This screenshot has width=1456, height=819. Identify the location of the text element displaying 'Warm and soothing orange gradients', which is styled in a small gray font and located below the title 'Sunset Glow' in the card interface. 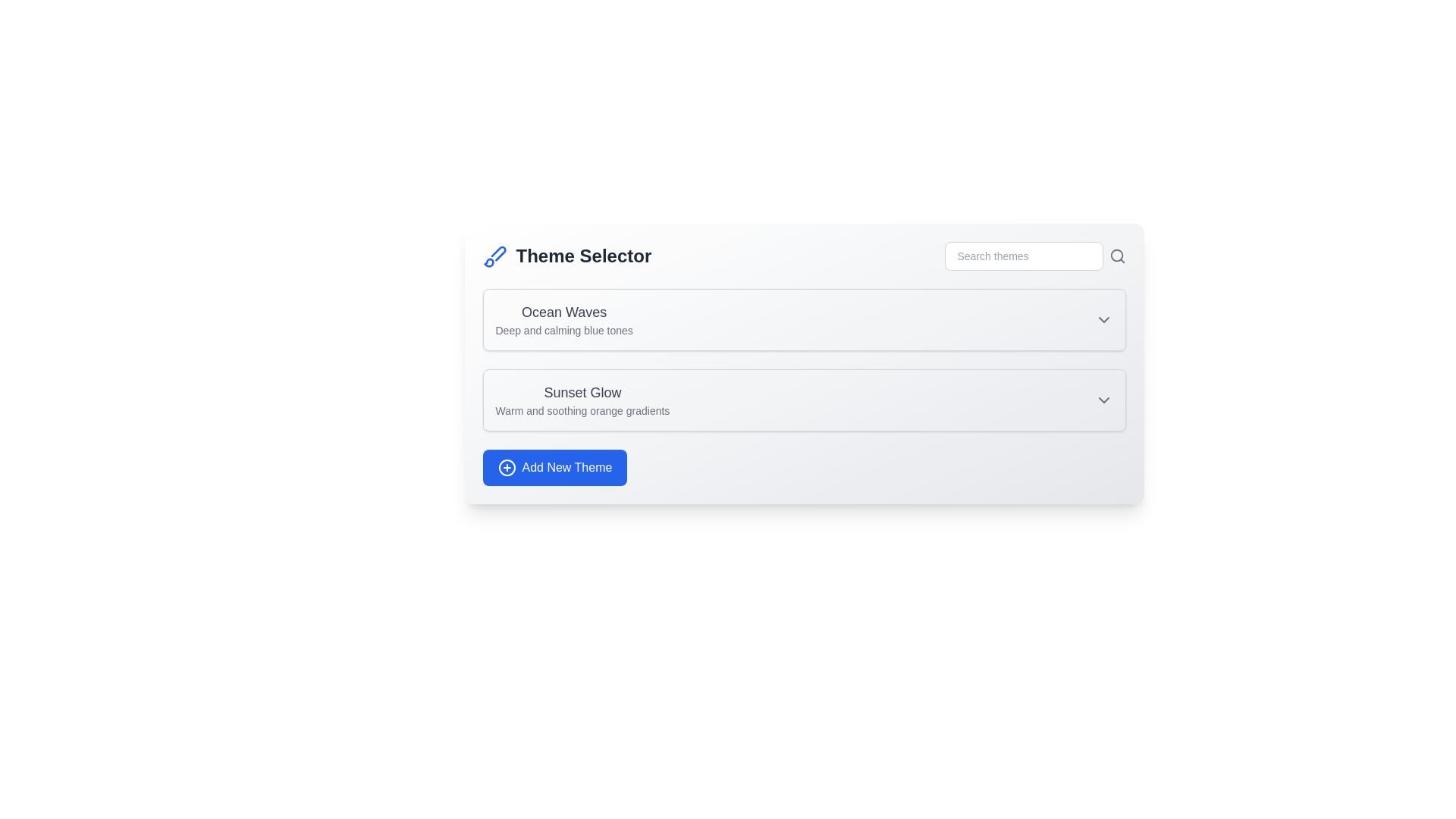
(582, 411).